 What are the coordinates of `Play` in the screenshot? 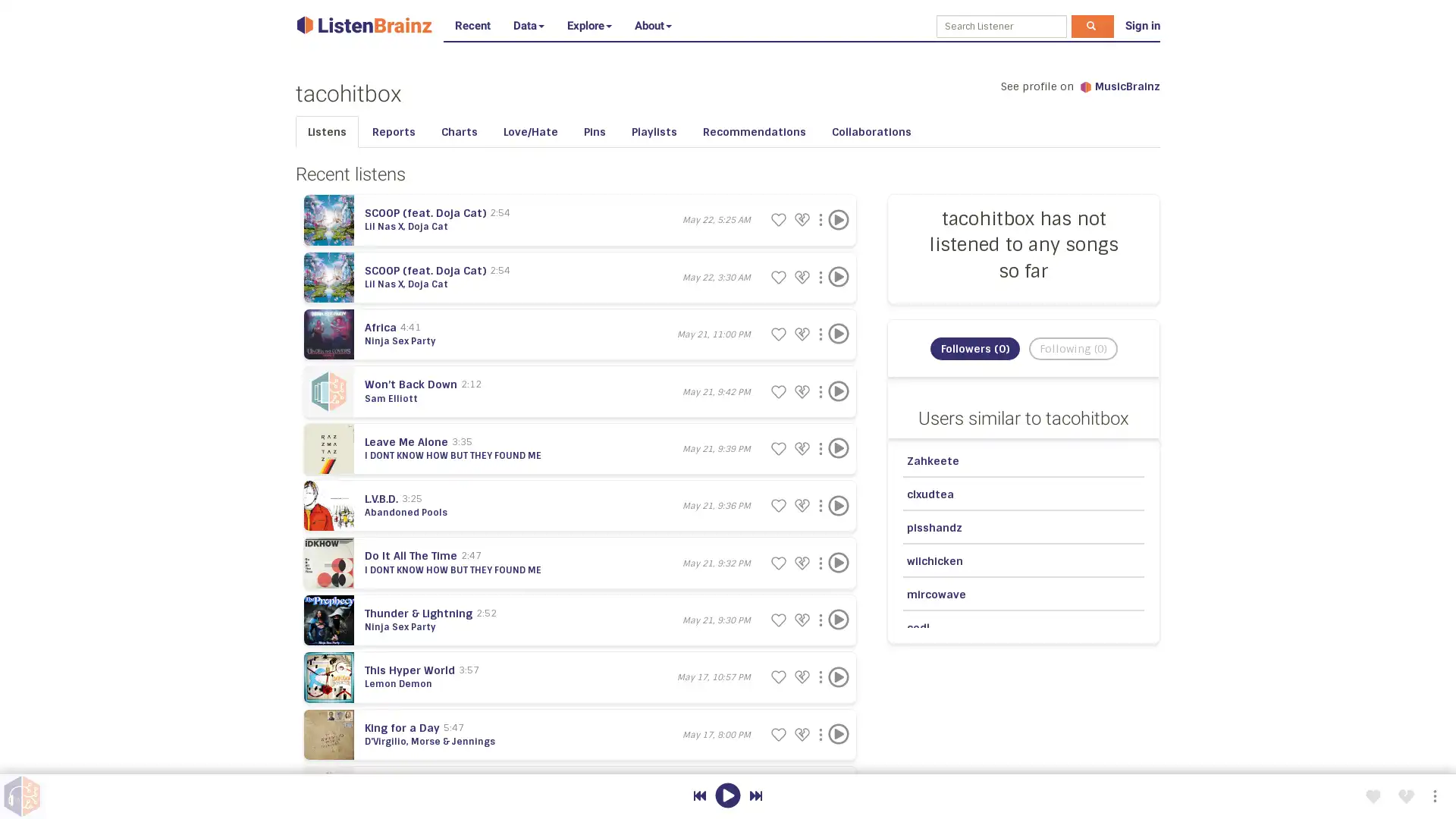 It's located at (837, 506).